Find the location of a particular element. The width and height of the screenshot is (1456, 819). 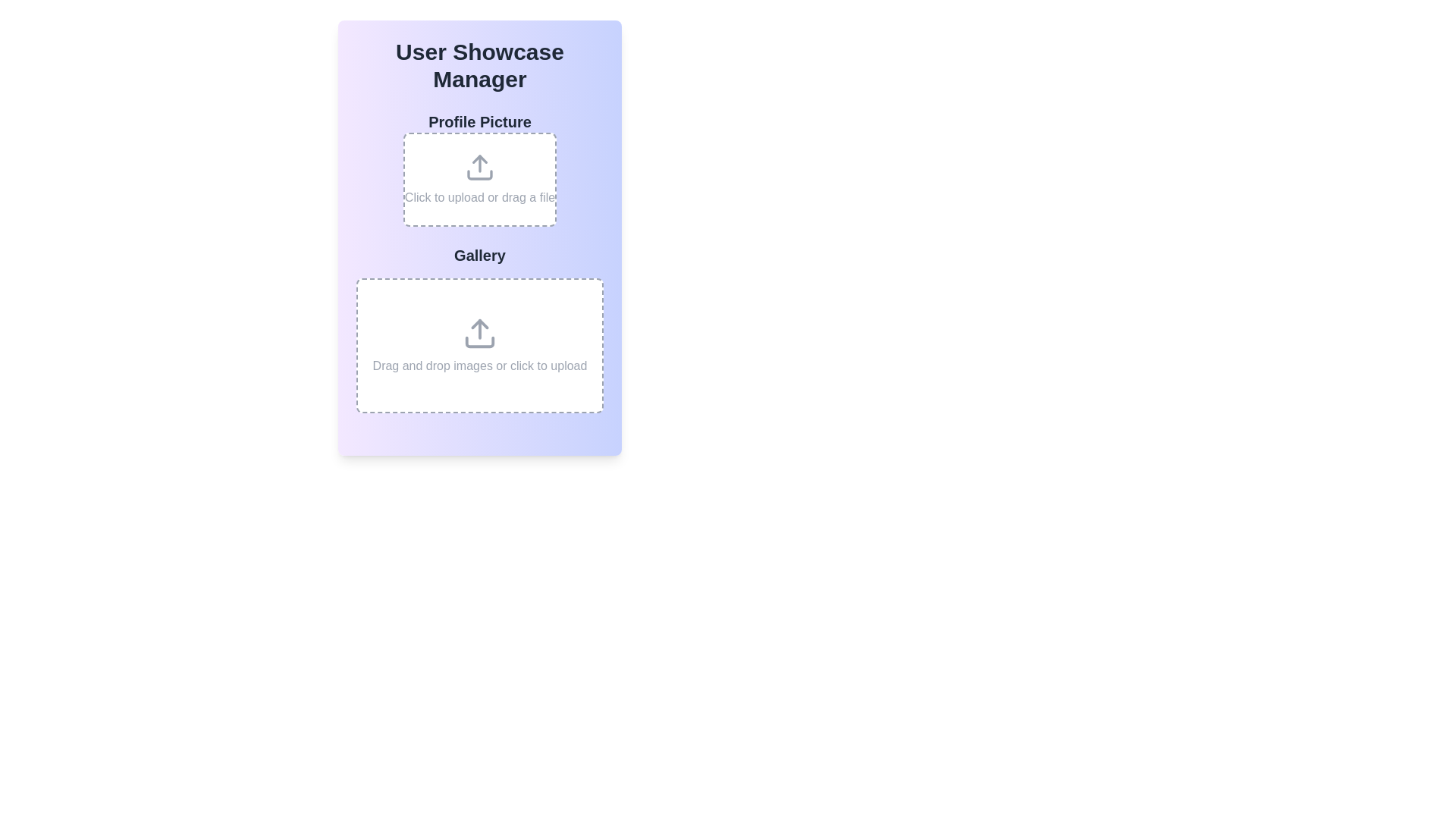

the large, bold text element that reads 'User Showcase Manager', which is positioned at the top-center of a gradient panel transitioning from purple to indigo is located at coordinates (479, 65).